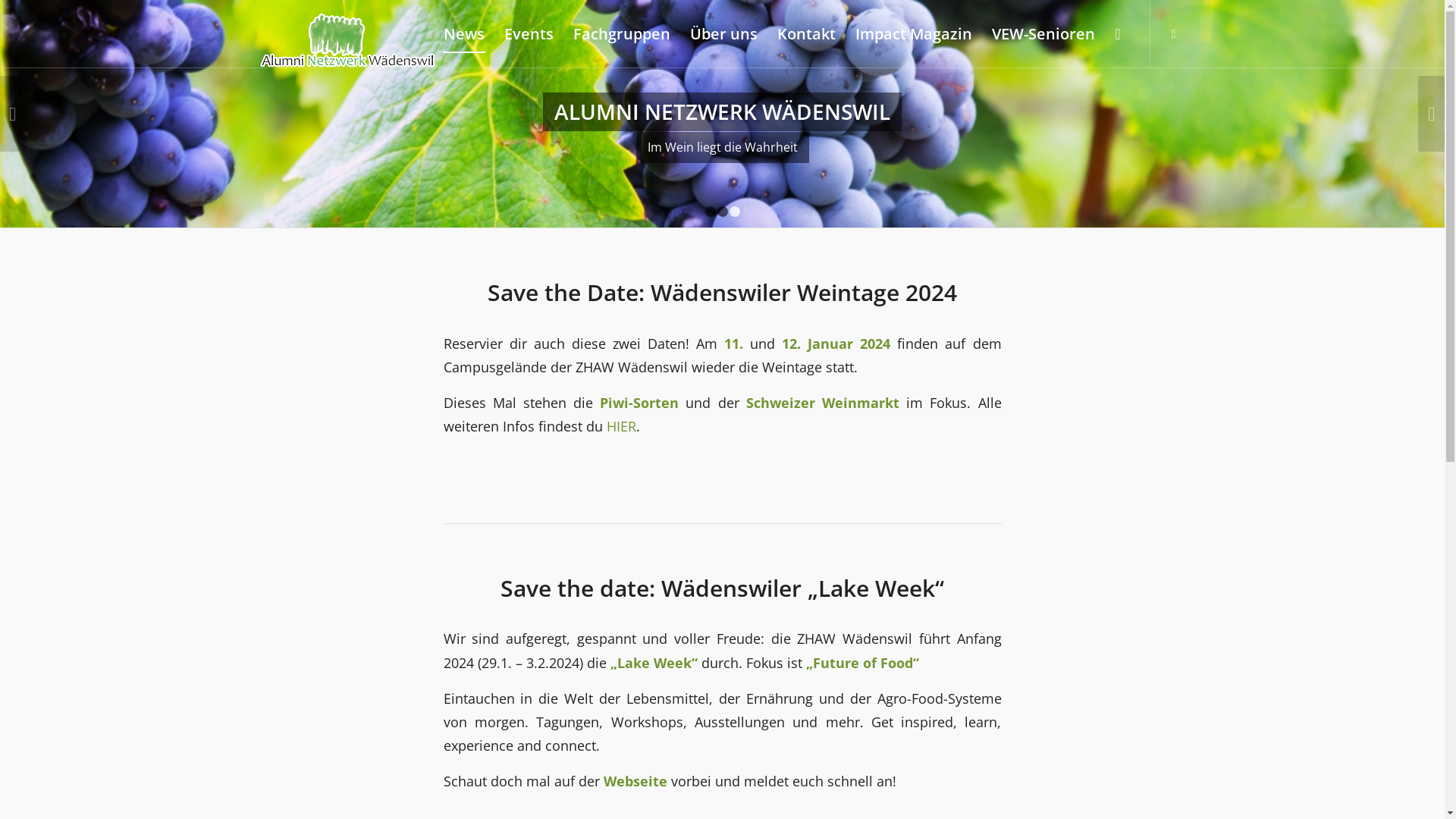 This screenshot has height=819, width=1456. I want to click on 'LinkedIn', so click(1172, 33).